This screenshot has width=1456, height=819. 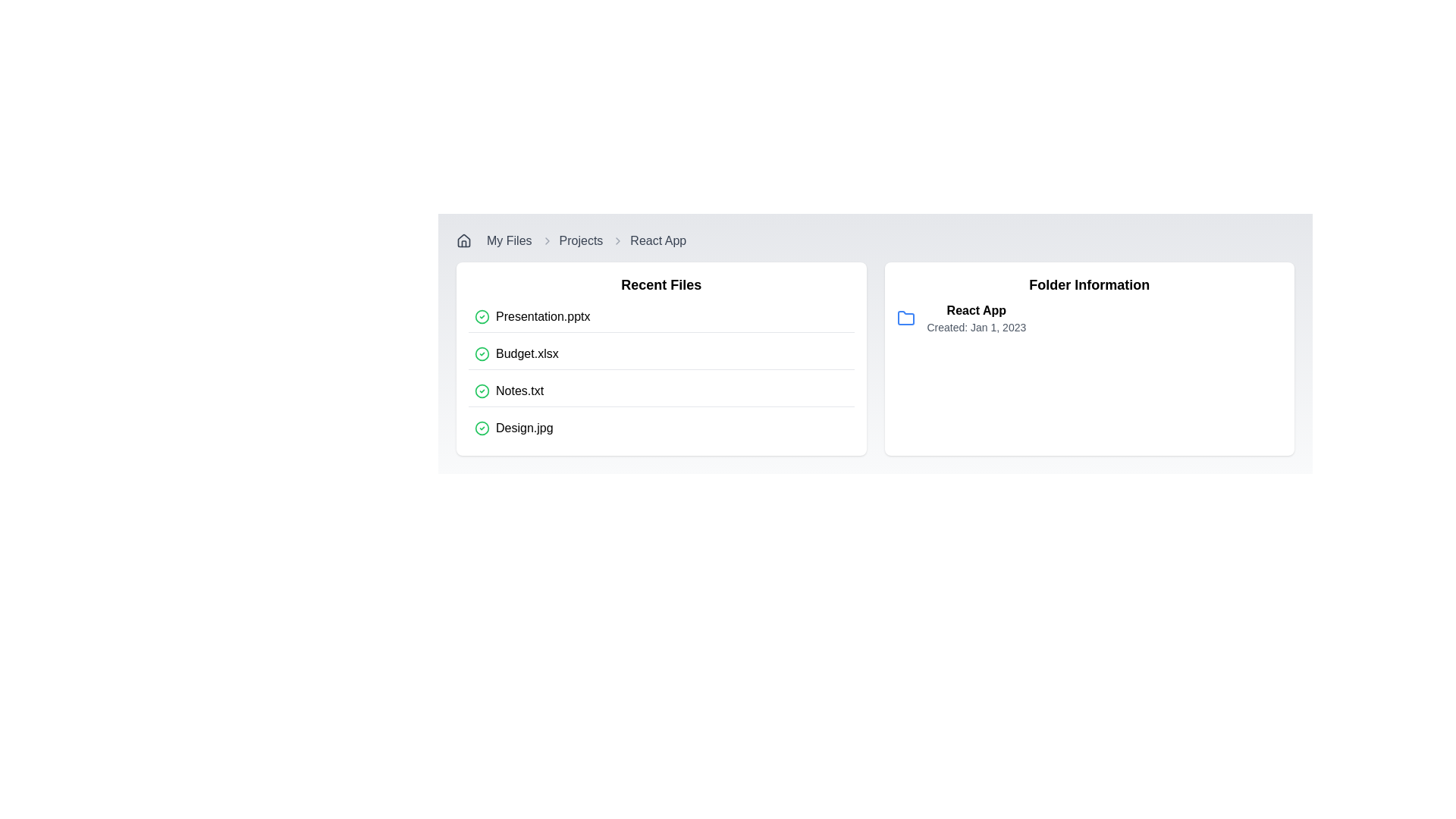 I want to click on the green circular checkmark icon located to the left of 'Budget.xlsx' in the second row of the 'Recent Files' list, so click(x=481, y=353).